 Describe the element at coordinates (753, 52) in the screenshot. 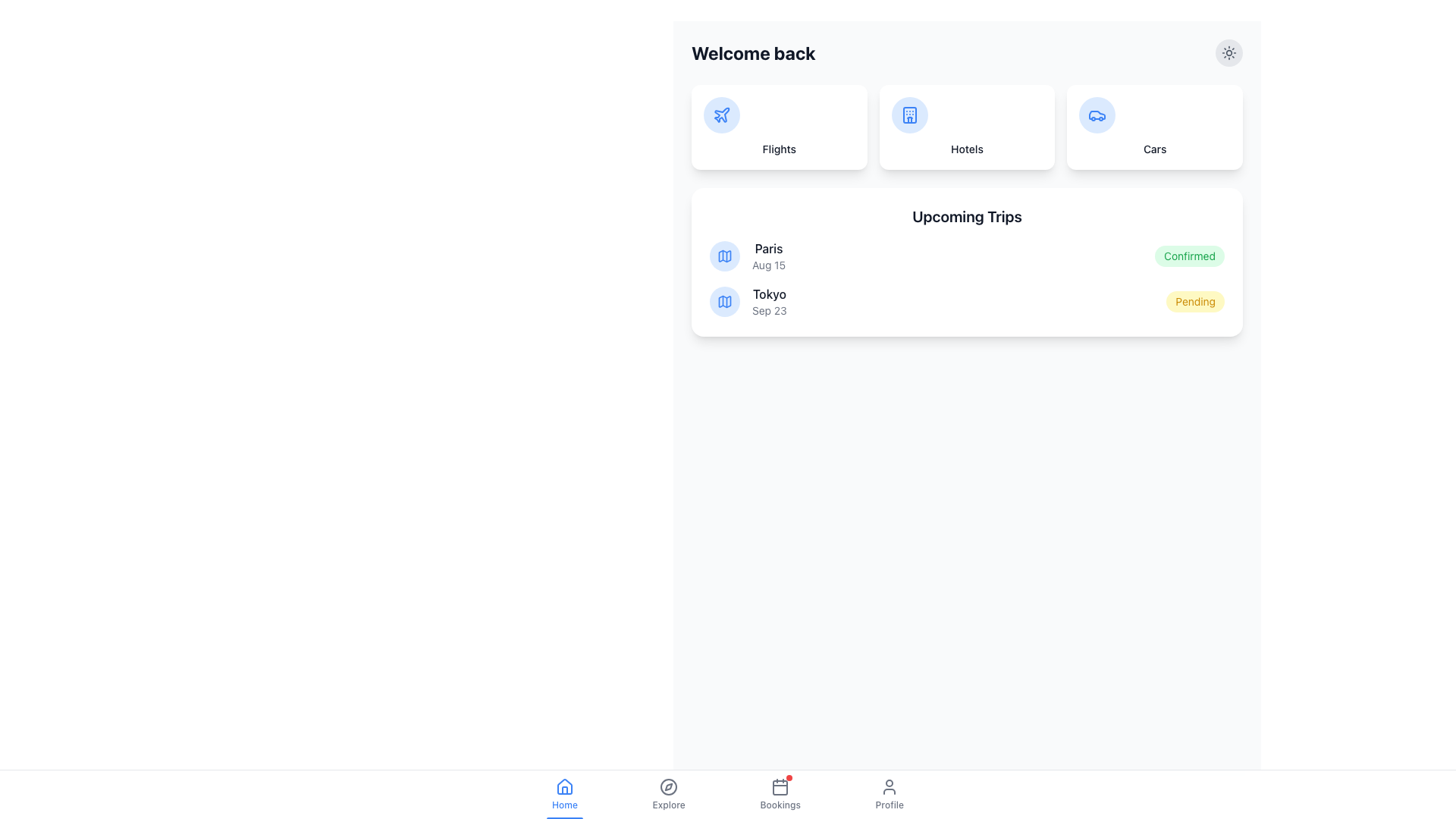

I see `the prominently displayed bold text element that says 'Welcome back', located near the top-left section of the interface` at that location.